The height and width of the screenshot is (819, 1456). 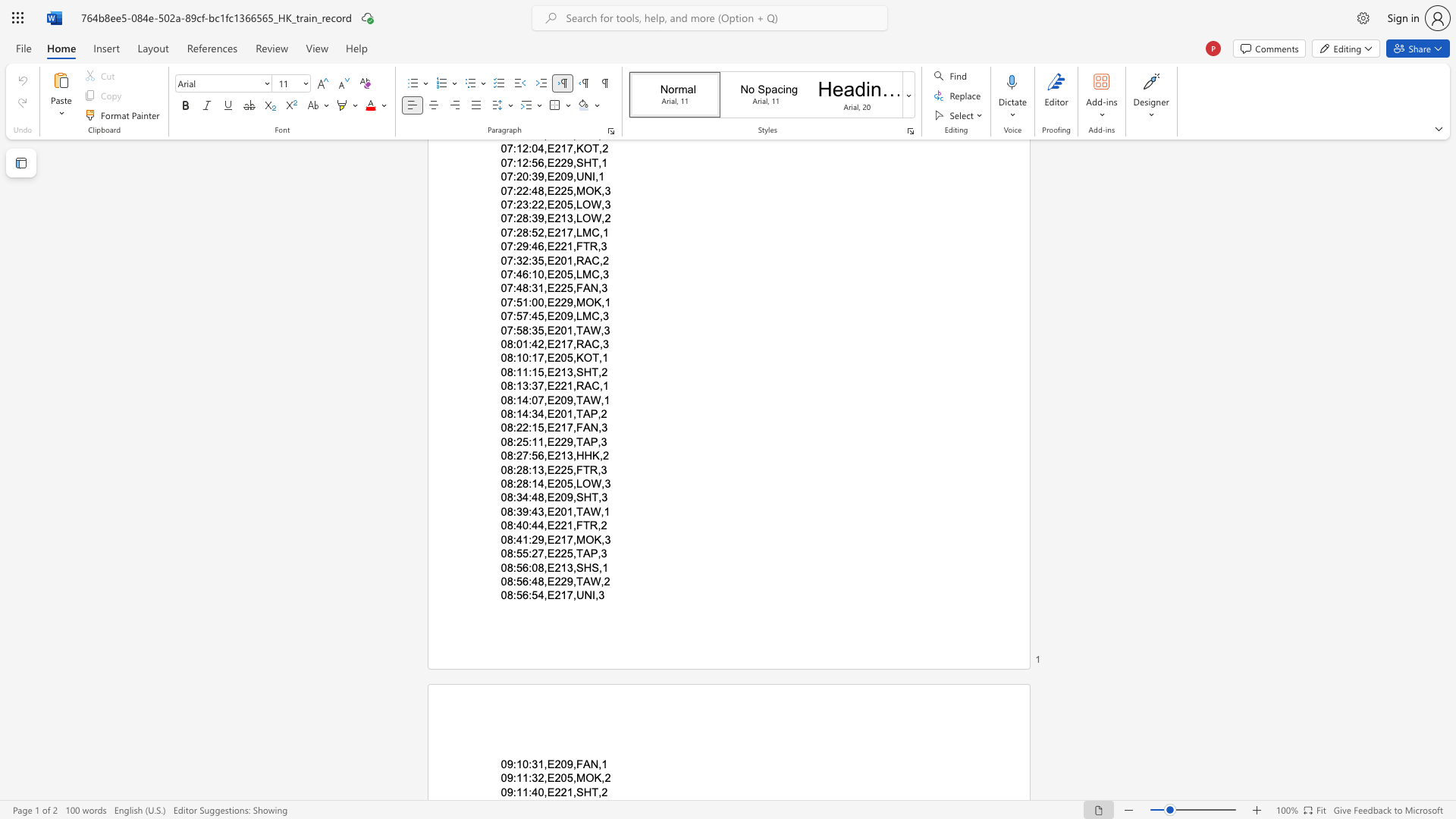 I want to click on the subset text "08:" within the text "08:34:48,E209,SHT,3", so click(x=500, y=497).